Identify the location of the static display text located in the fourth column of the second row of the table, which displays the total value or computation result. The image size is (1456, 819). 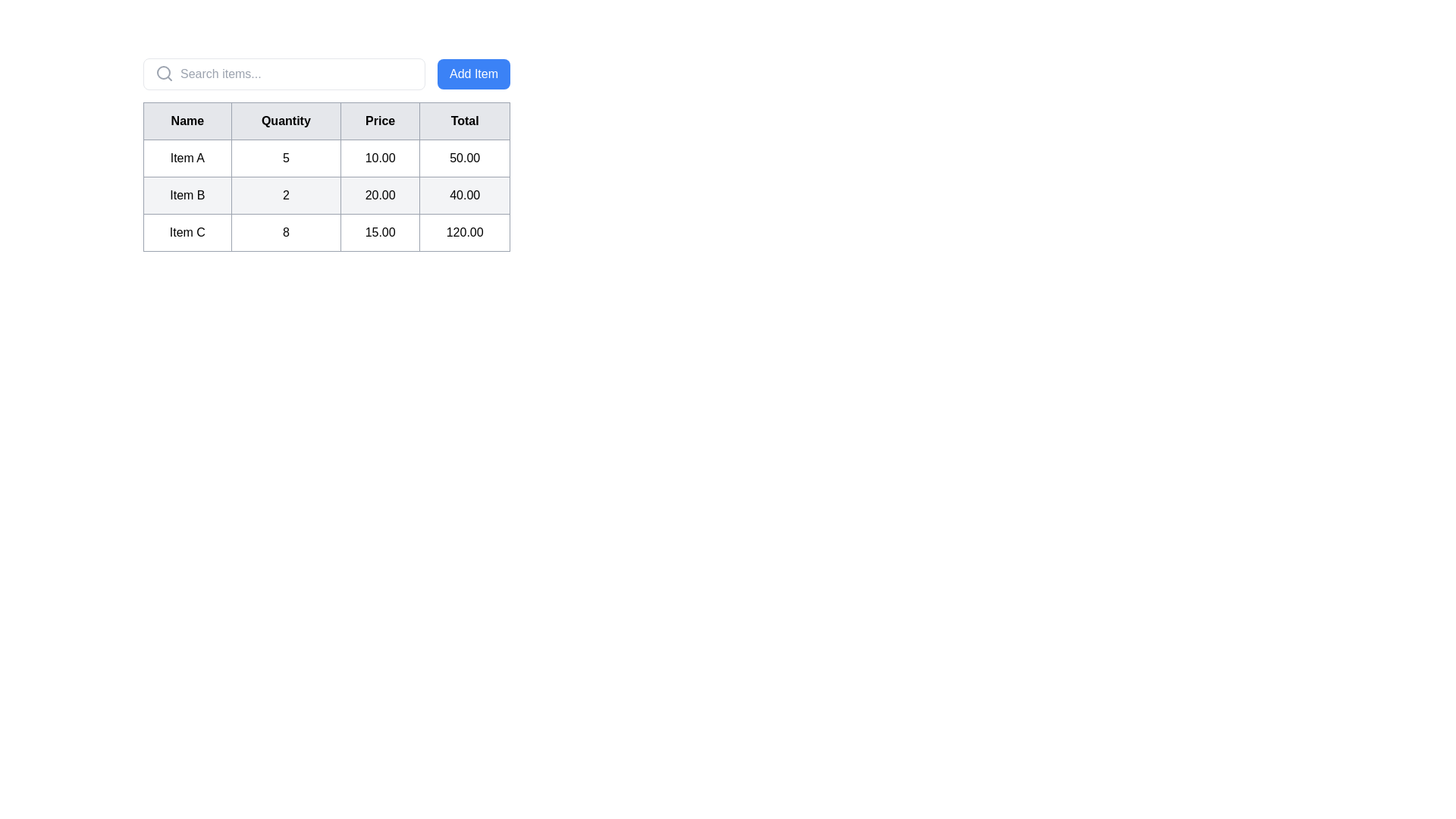
(464, 195).